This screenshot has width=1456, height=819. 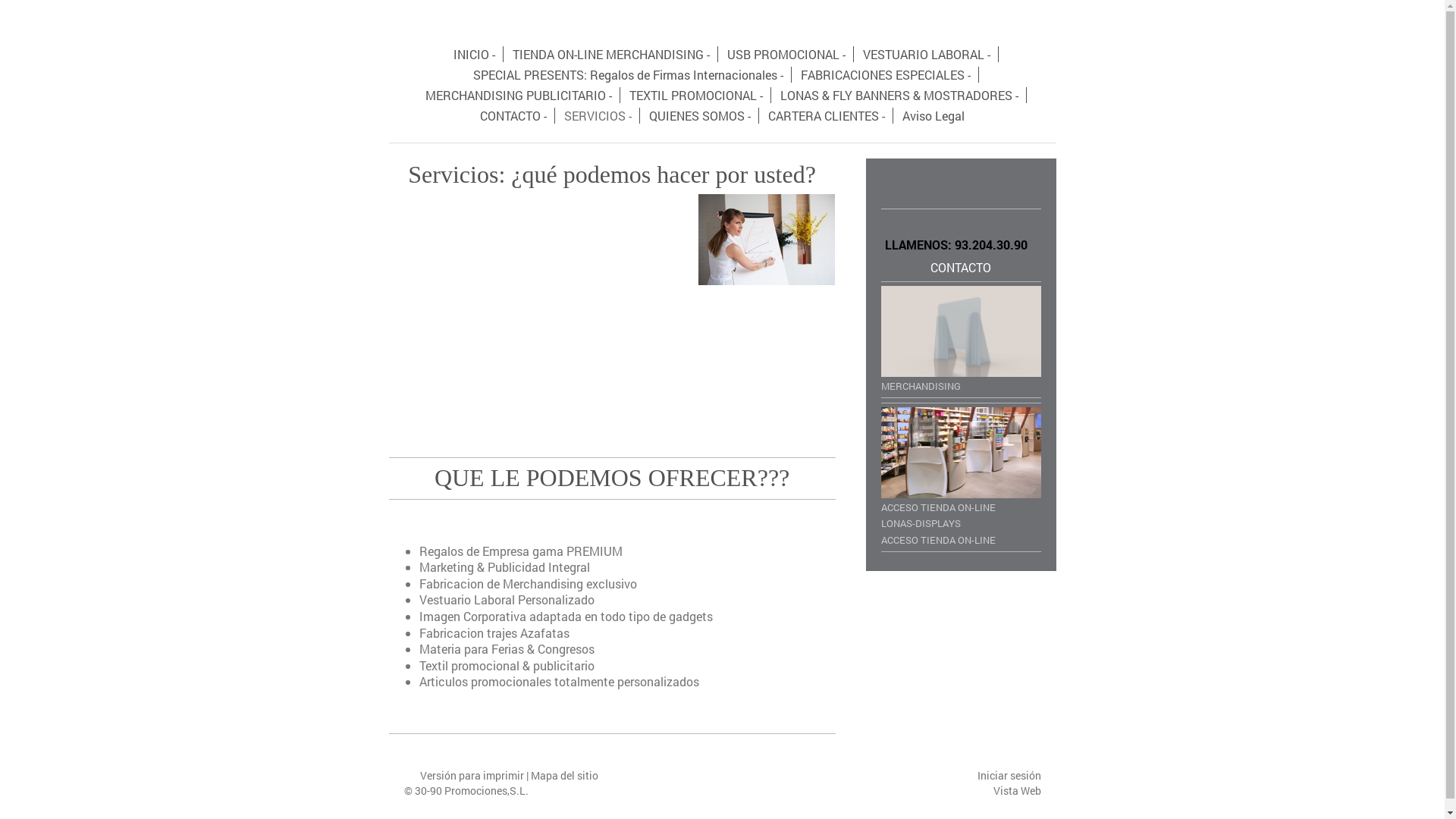 I want to click on 'INICIO -', so click(x=473, y=53).